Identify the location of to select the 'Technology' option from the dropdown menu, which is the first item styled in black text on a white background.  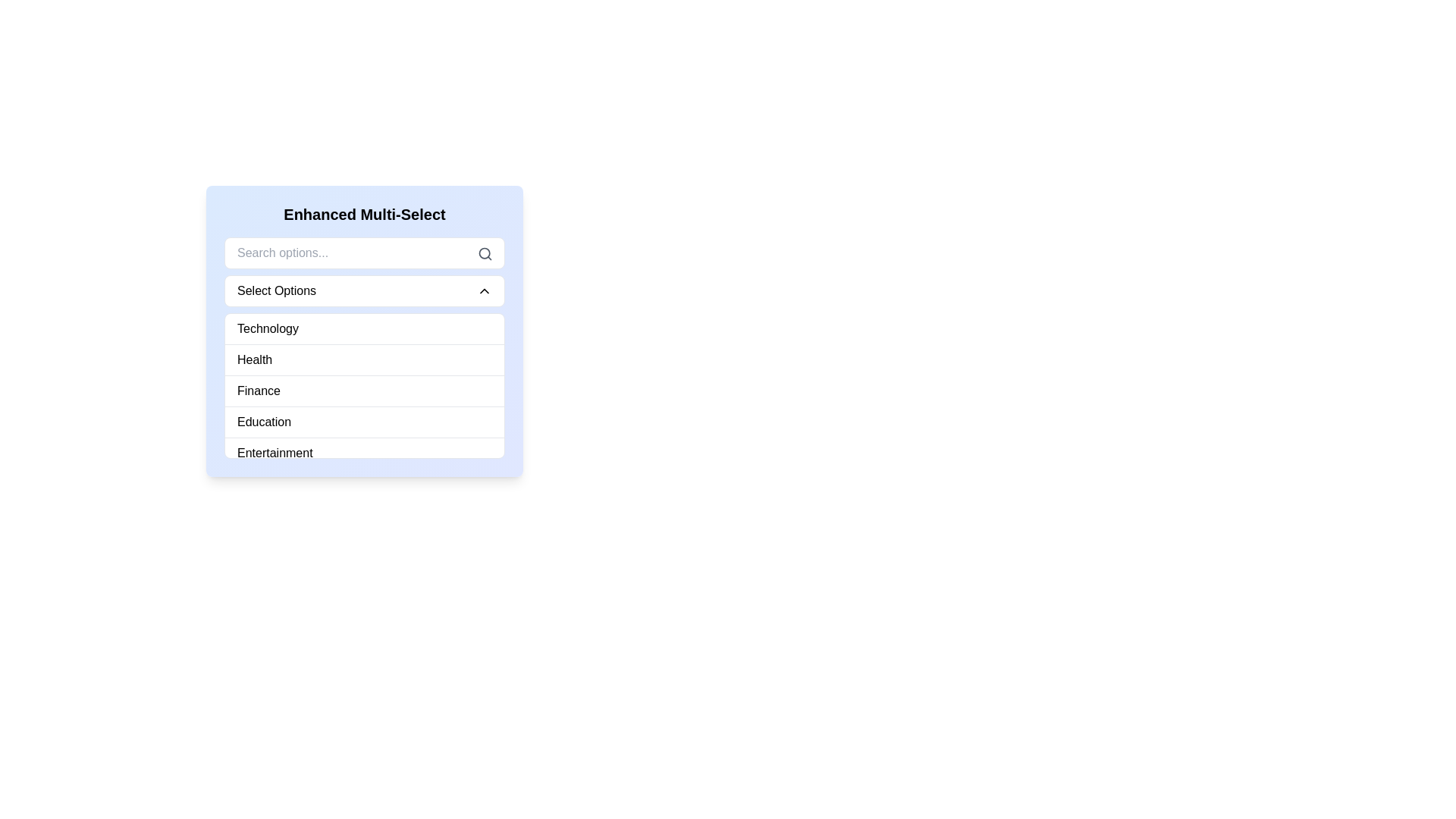
(268, 328).